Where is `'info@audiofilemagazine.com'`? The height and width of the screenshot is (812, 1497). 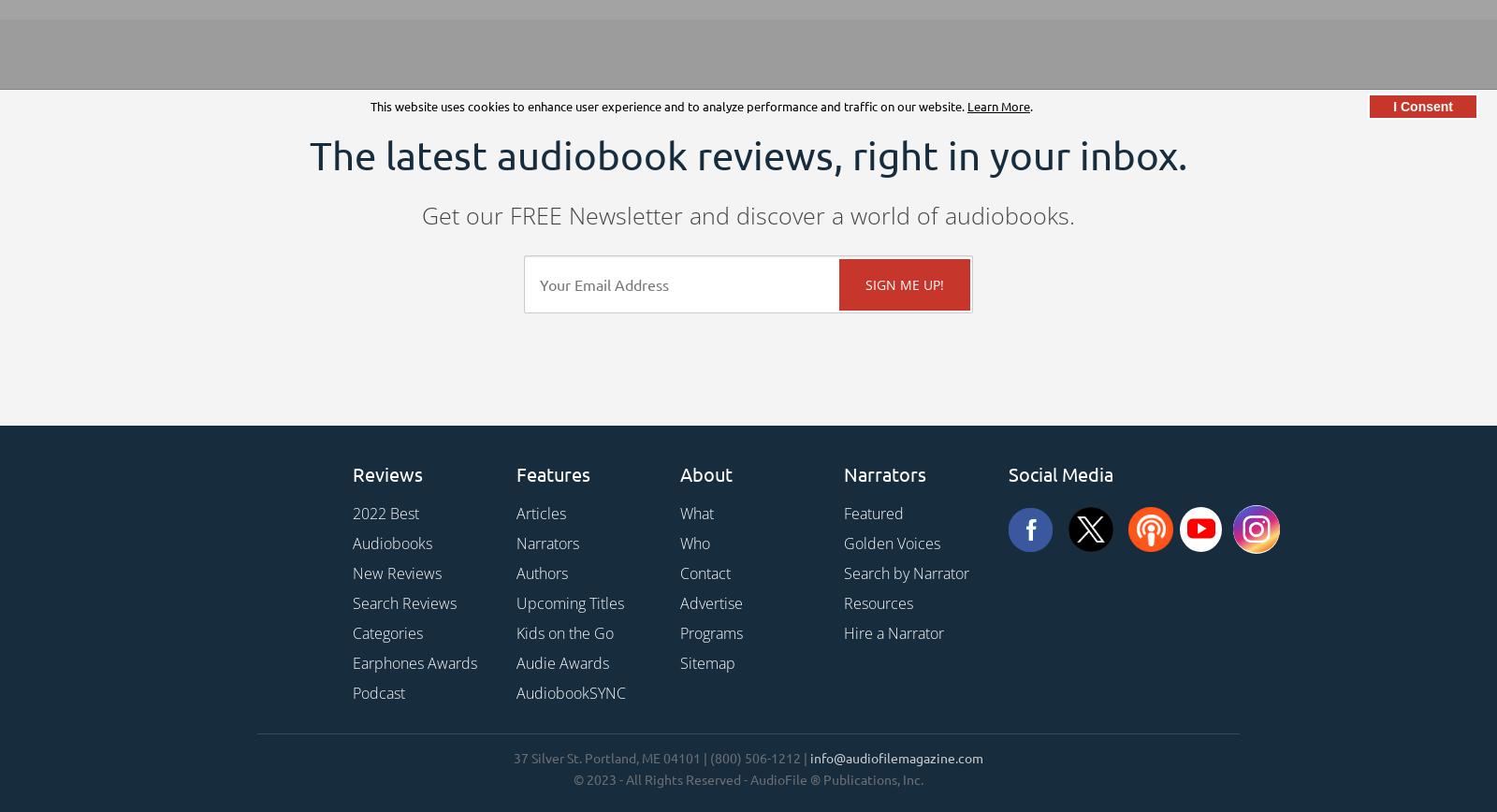
'info@audiofilemagazine.com' is located at coordinates (895, 758).